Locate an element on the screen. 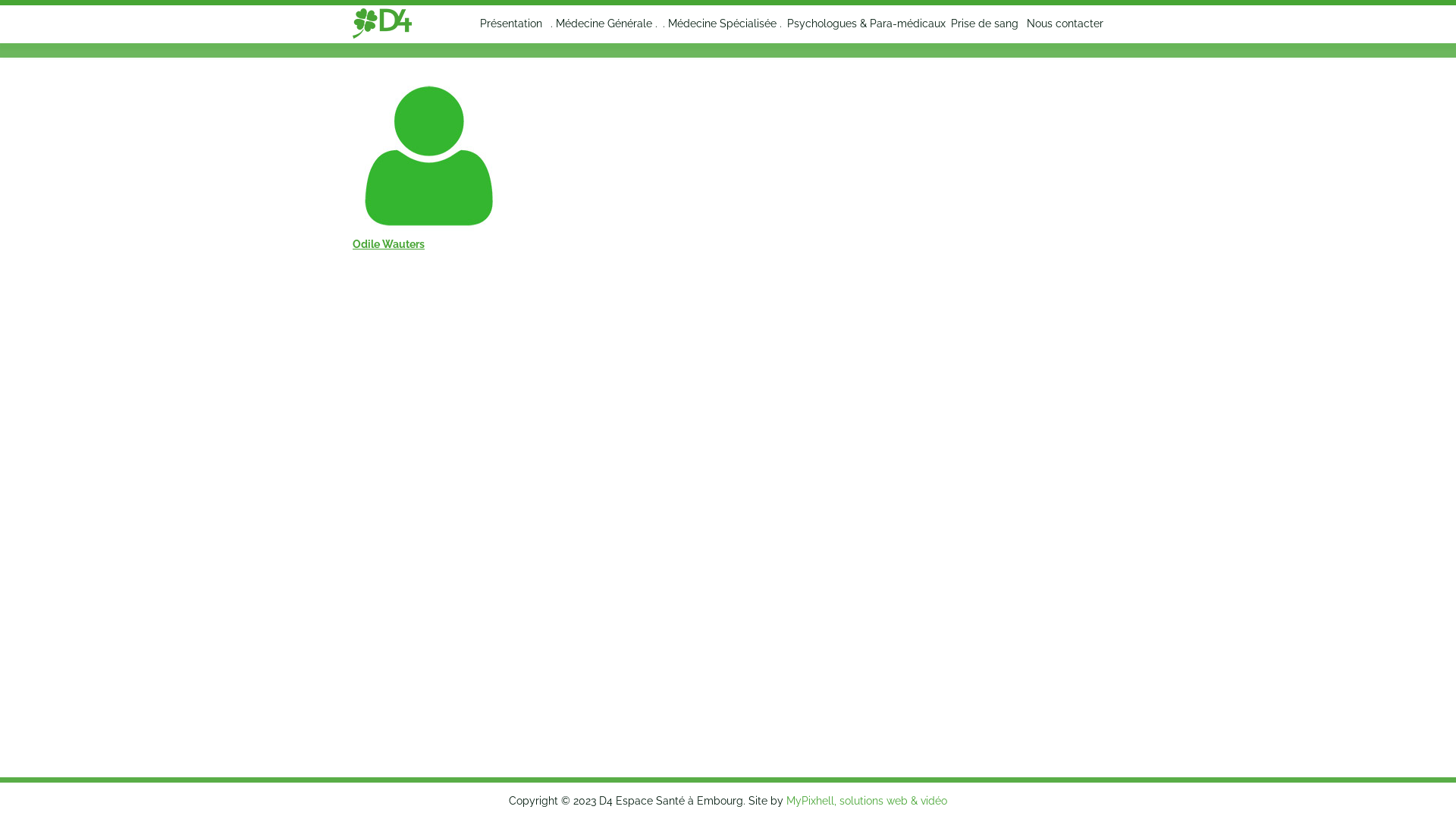  'Nous contacter' is located at coordinates (1021, 24).